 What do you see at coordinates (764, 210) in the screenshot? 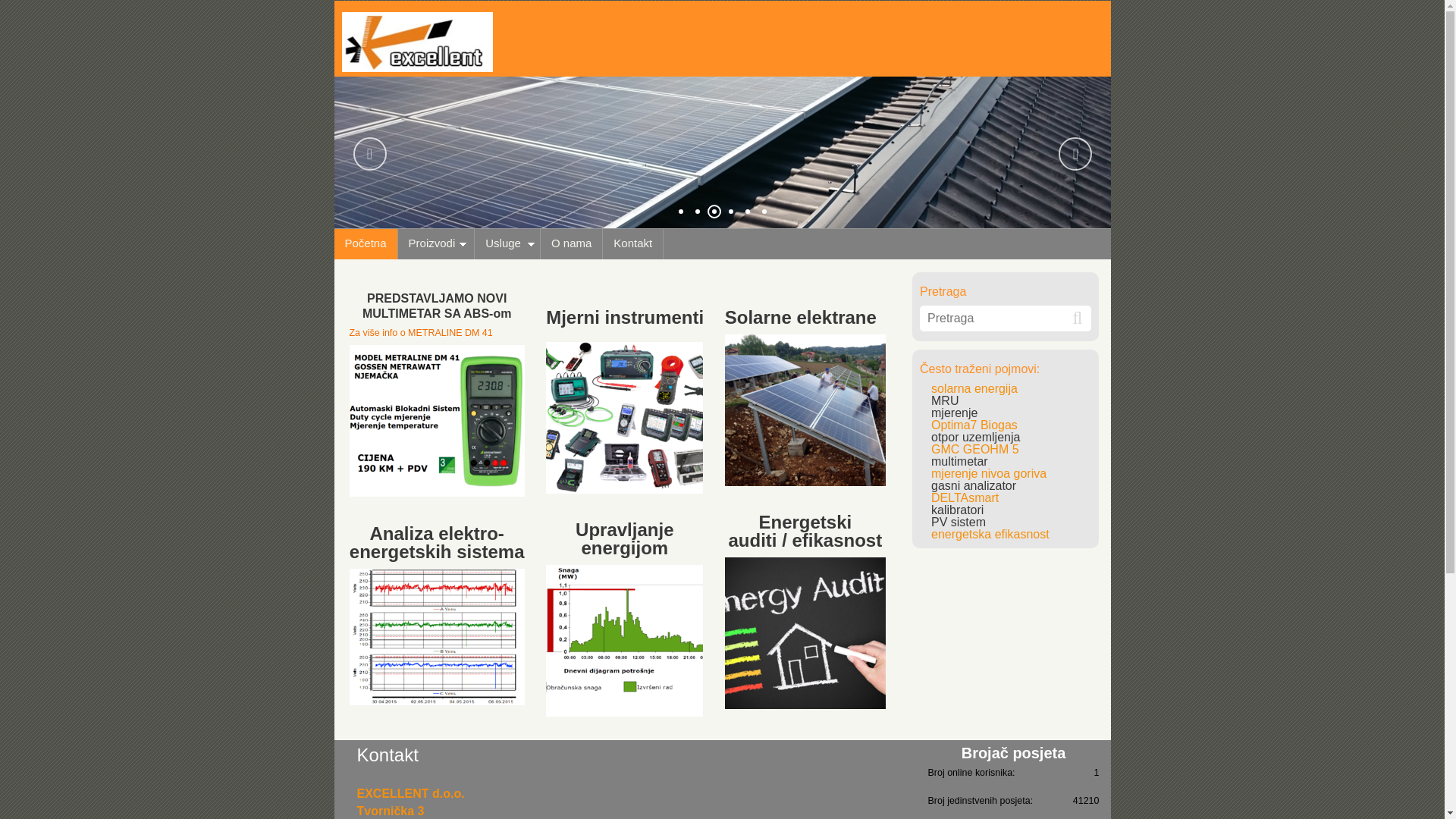
I see `'6'` at bounding box center [764, 210].